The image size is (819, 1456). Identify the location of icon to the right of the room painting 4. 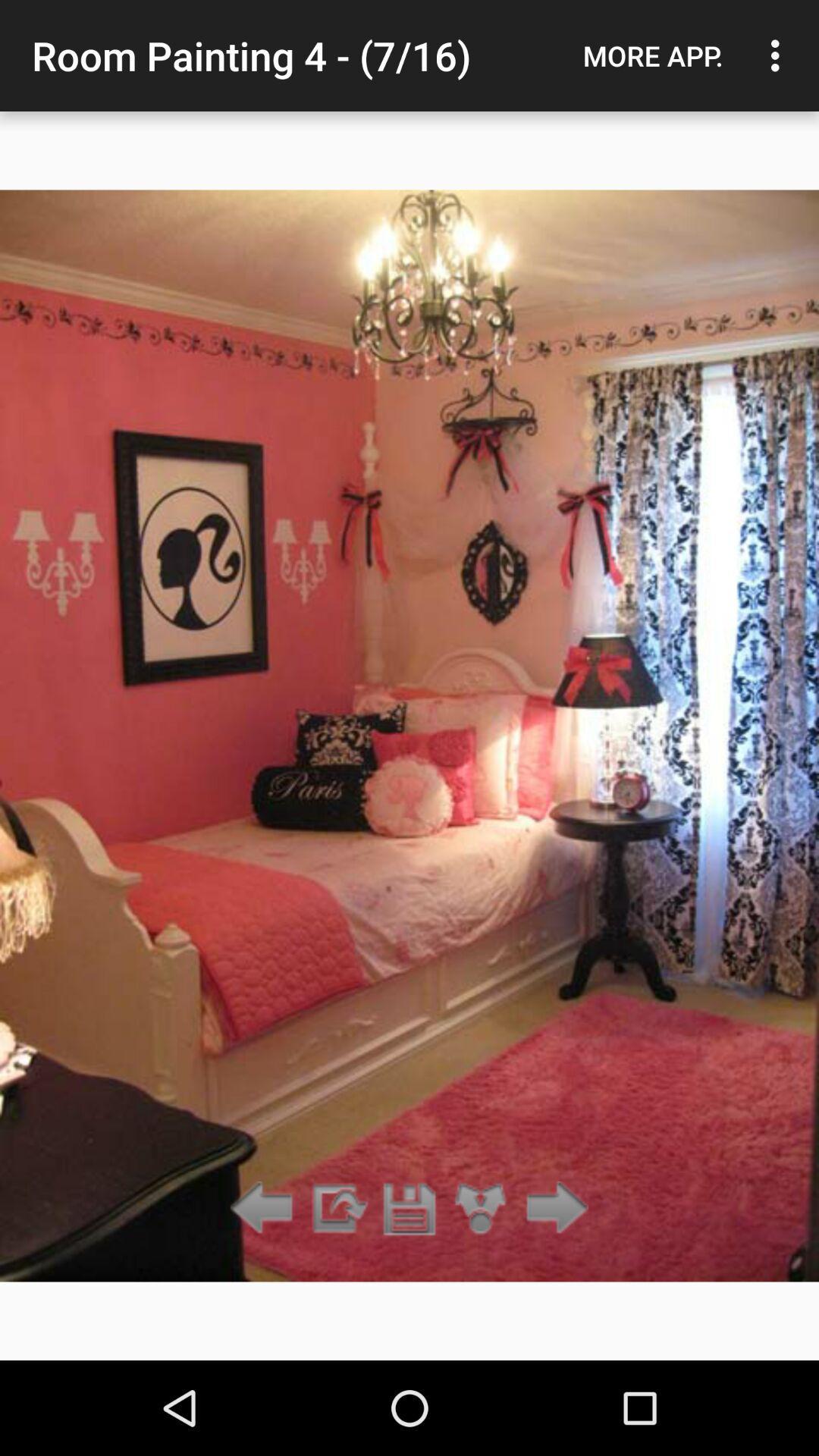
(652, 55).